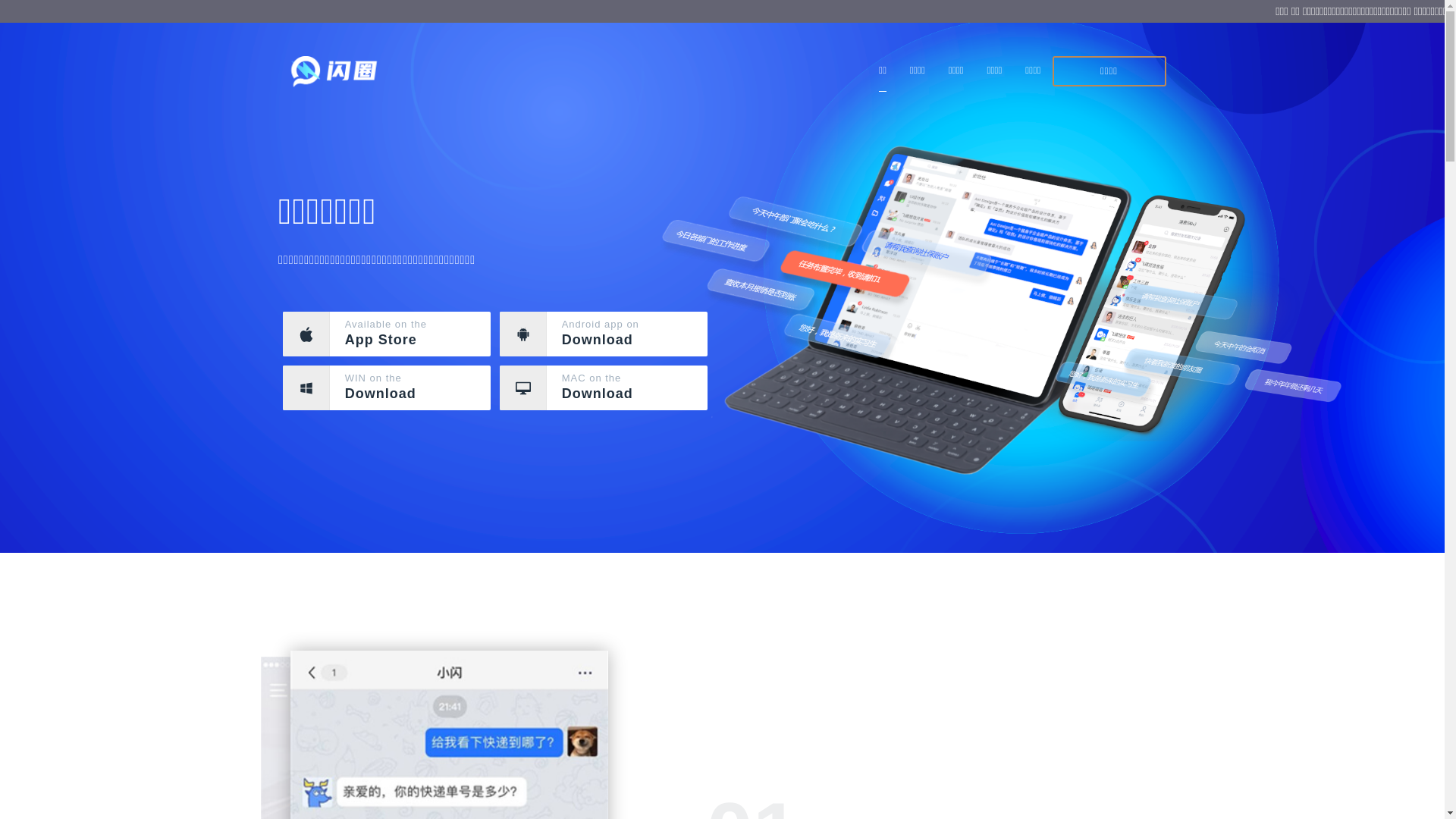 Image resolution: width=1456 pixels, height=819 pixels. What do you see at coordinates (283, 387) in the screenshot?
I see `'WIN on the` at bounding box center [283, 387].